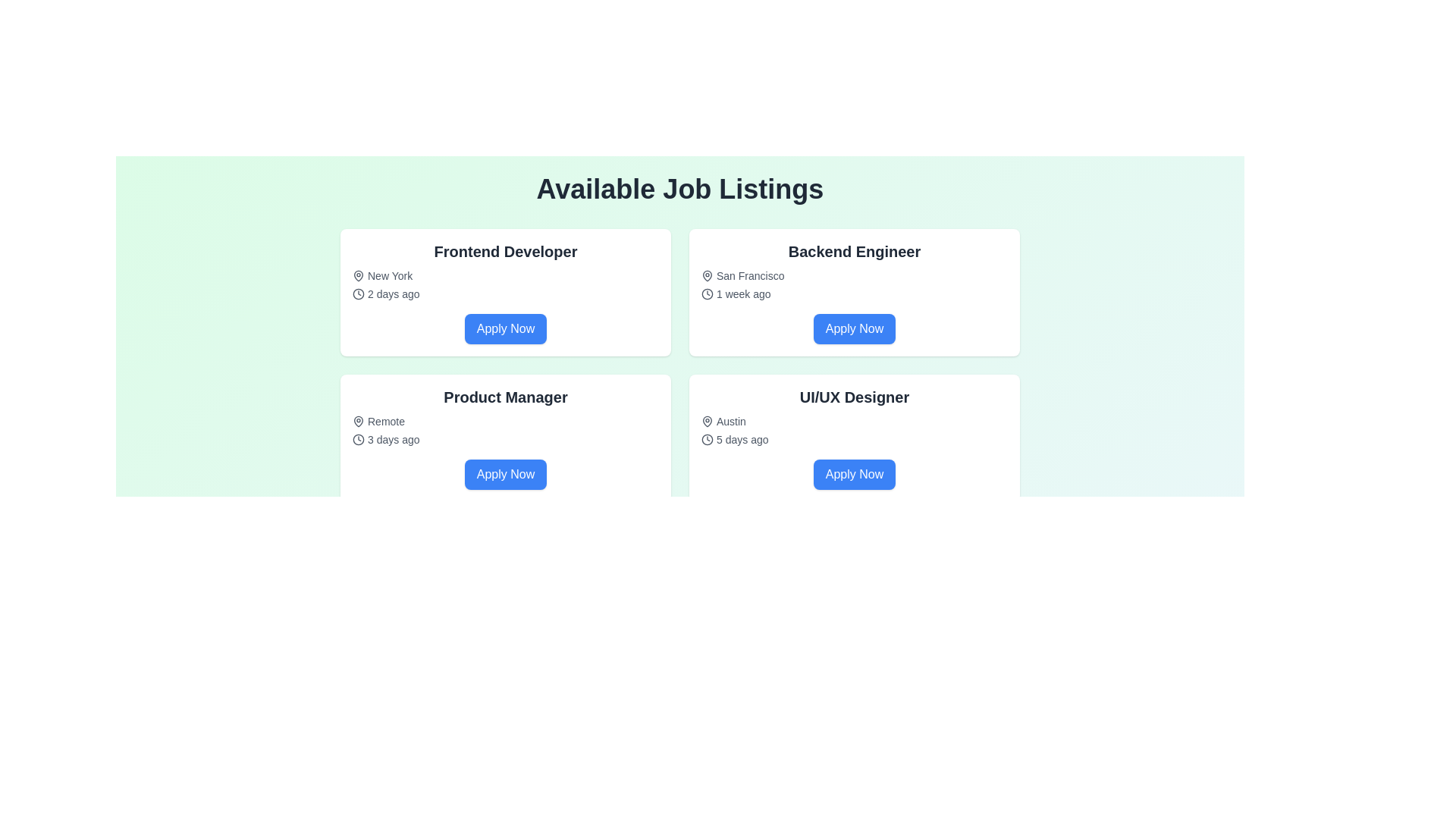 The width and height of the screenshot is (1456, 819). Describe the element at coordinates (358, 421) in the screenshot. I see `the location indicator icon that signifies 'Remote' in the 'Product Manager' job listing card, positioned to the left of the 'Remote' label` at that location.